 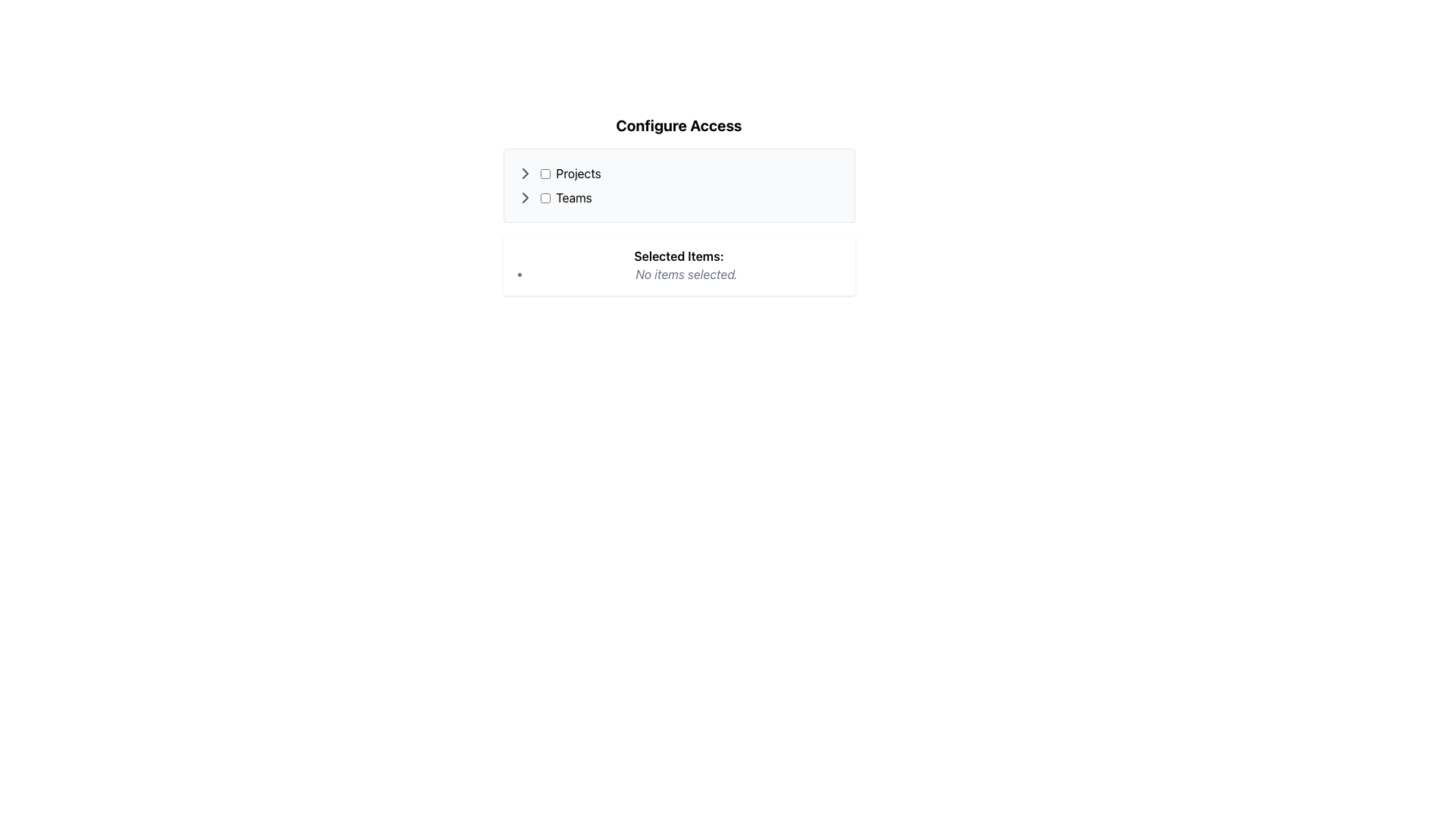 What do you see at coordinates (525, 197) in the screenshot?
I see `the small gray icon button resembling a right-facing chevron in the 'Teams' list item` at bounding box center [525, 197].